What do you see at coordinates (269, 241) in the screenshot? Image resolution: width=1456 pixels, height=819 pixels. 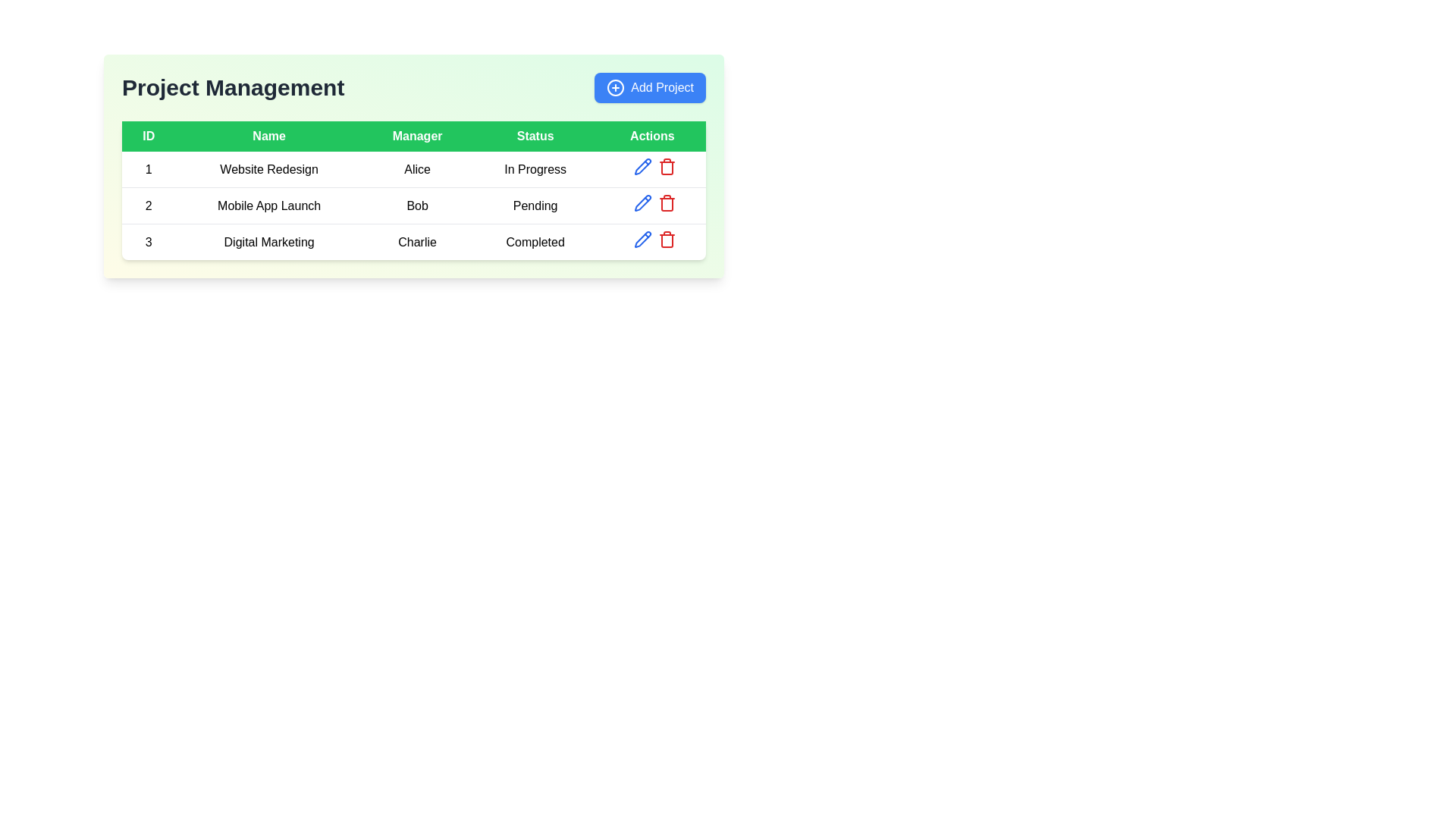 I see `the text cell displaying 'Digital Marketing' in the second column of the third row of the table` at bounding box center [269, 241].